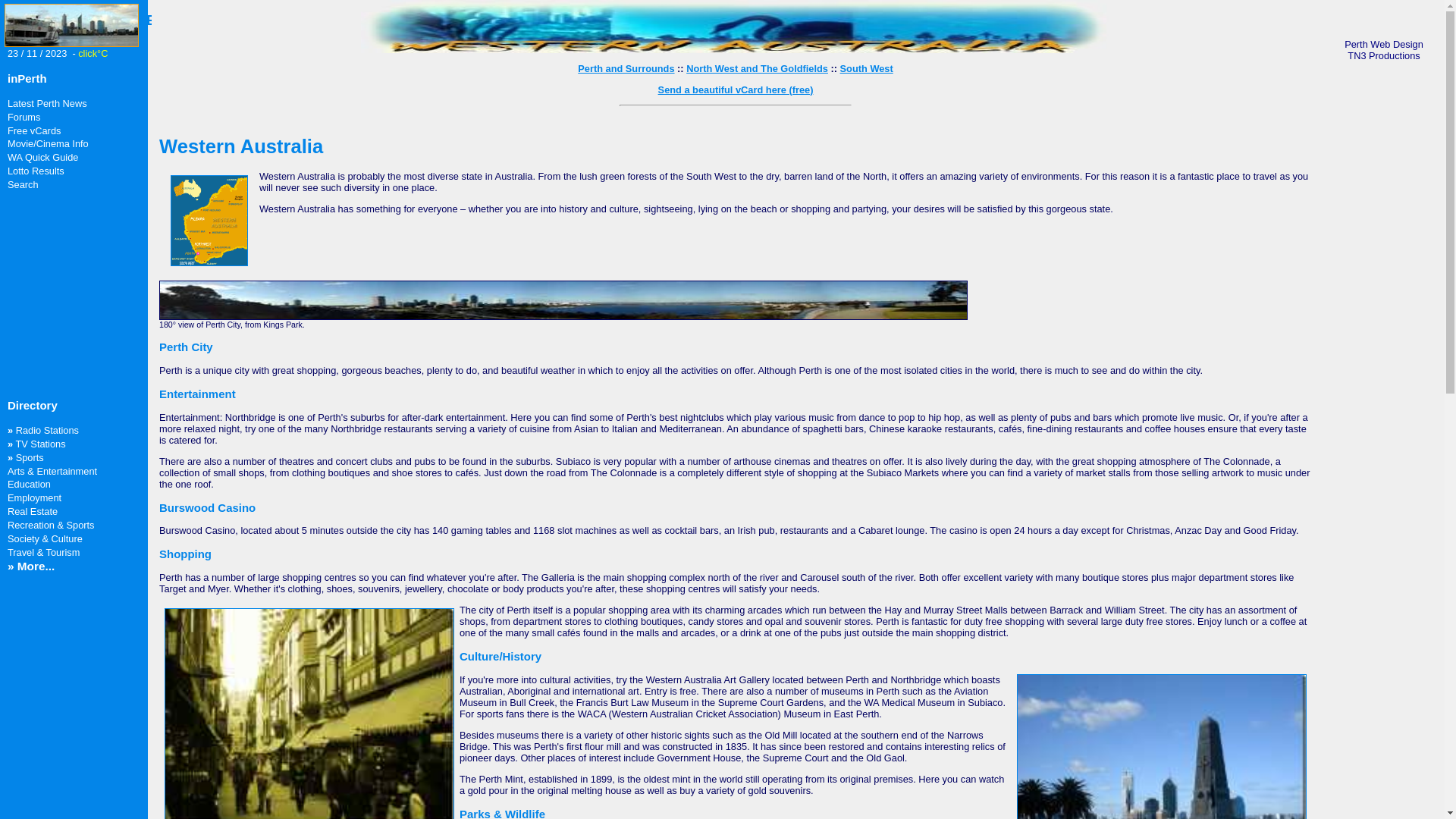  I want to click on 'Advertisement', so click(53, 296).